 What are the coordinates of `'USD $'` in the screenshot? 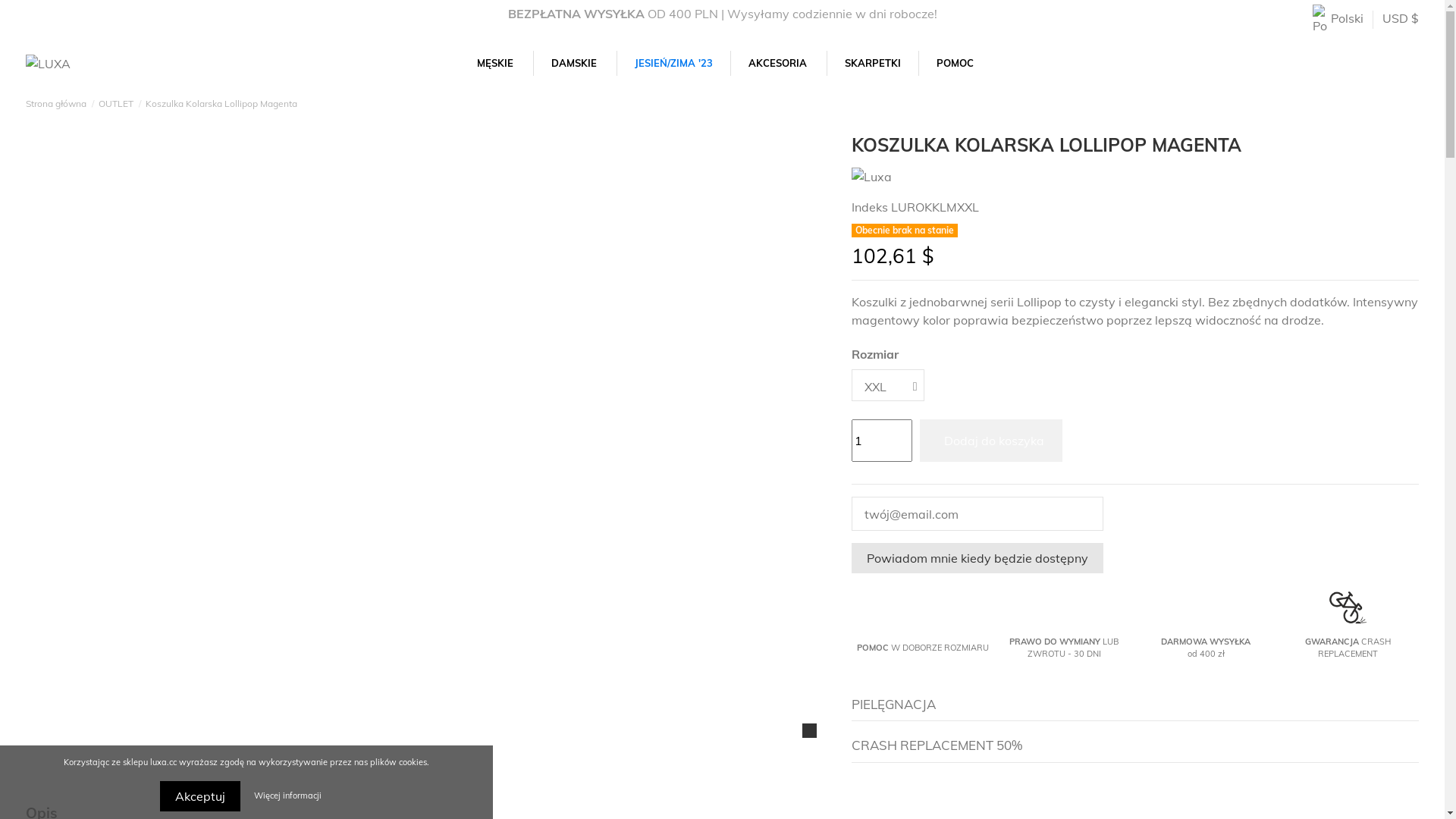 It's located at (1382, 17).